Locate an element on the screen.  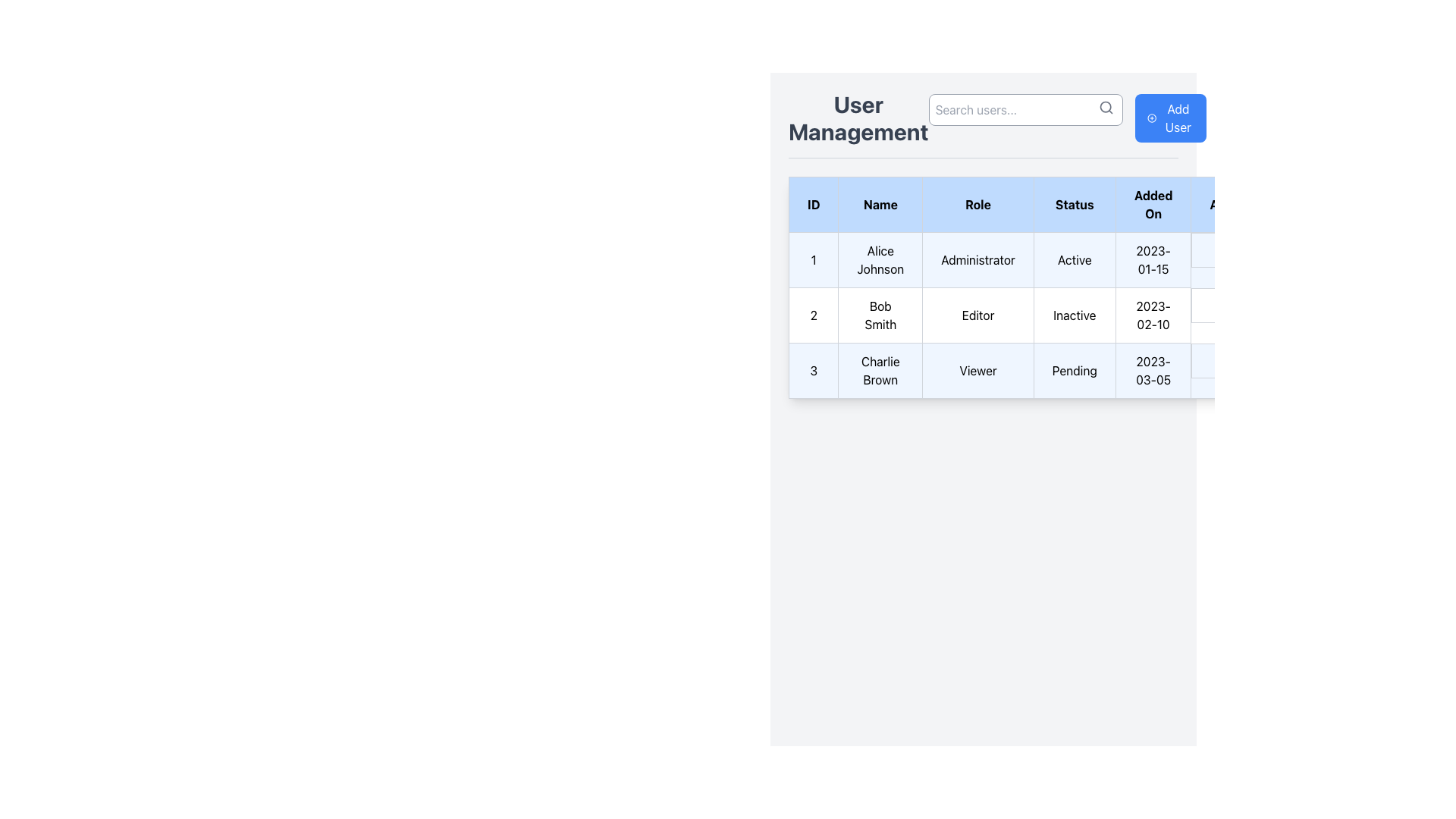
the date field in the rightmost column of the user data table row, which indicates when the user record was added is located at coordinates (1153, 259).